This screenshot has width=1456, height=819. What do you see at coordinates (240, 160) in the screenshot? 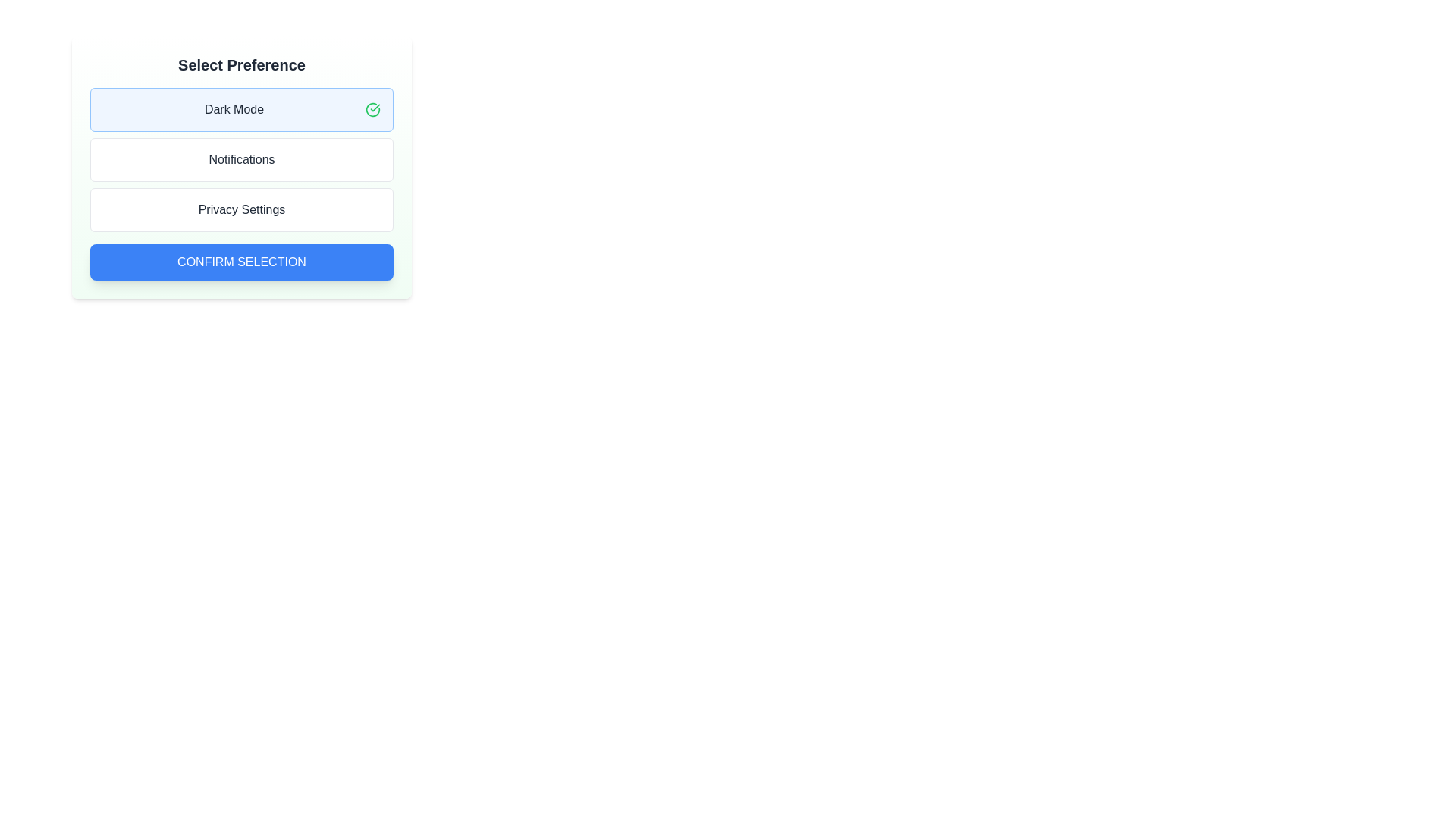
I see `one of the items in the vertical menu of selectable options located below the 'Select Preference' header` at bounding box center [240, 160].